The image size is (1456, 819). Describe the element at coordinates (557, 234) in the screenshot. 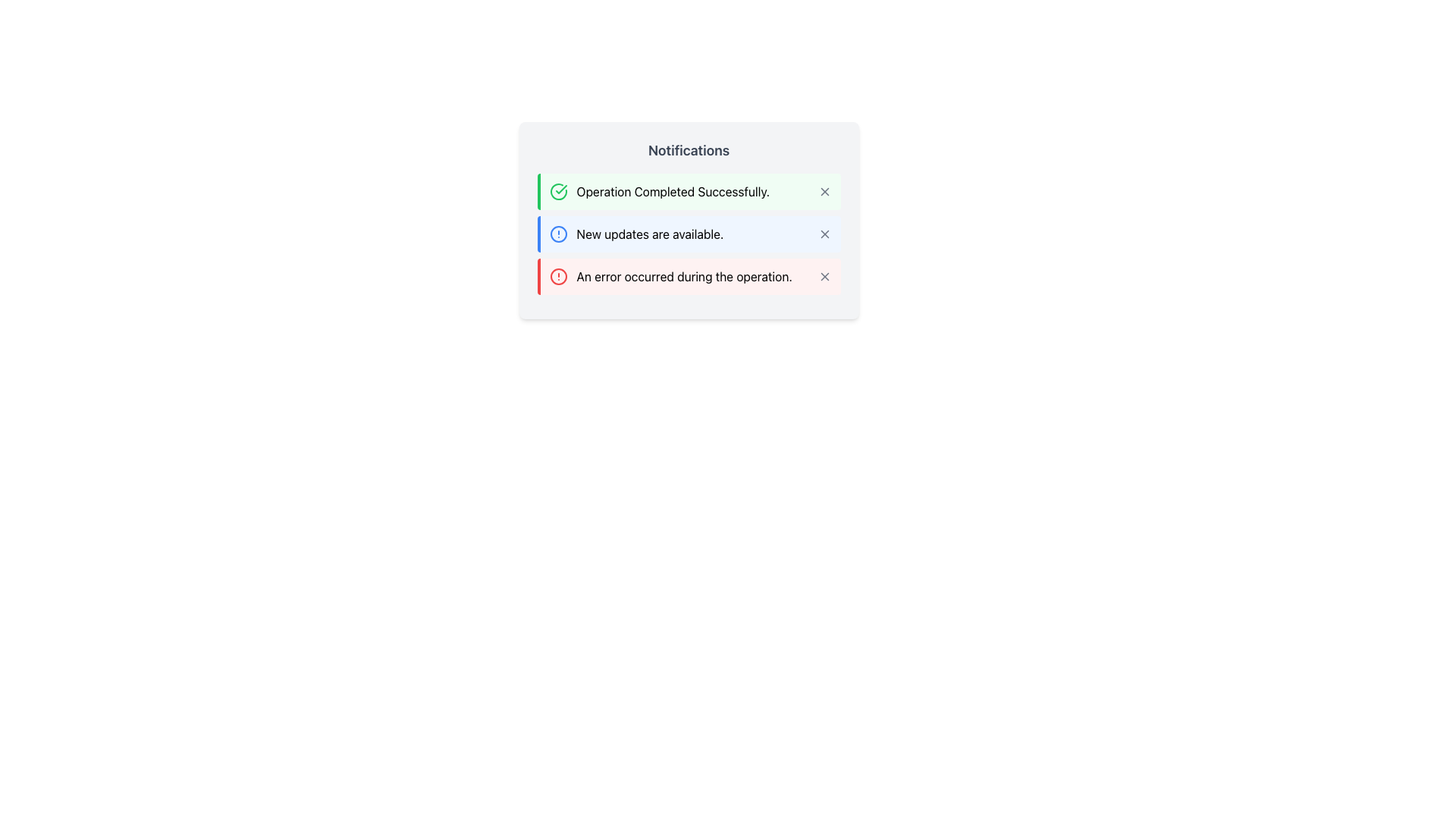

I see `the SVG Circle element that is part of the second notification in the list, positioned on the left side of the text` at that location.